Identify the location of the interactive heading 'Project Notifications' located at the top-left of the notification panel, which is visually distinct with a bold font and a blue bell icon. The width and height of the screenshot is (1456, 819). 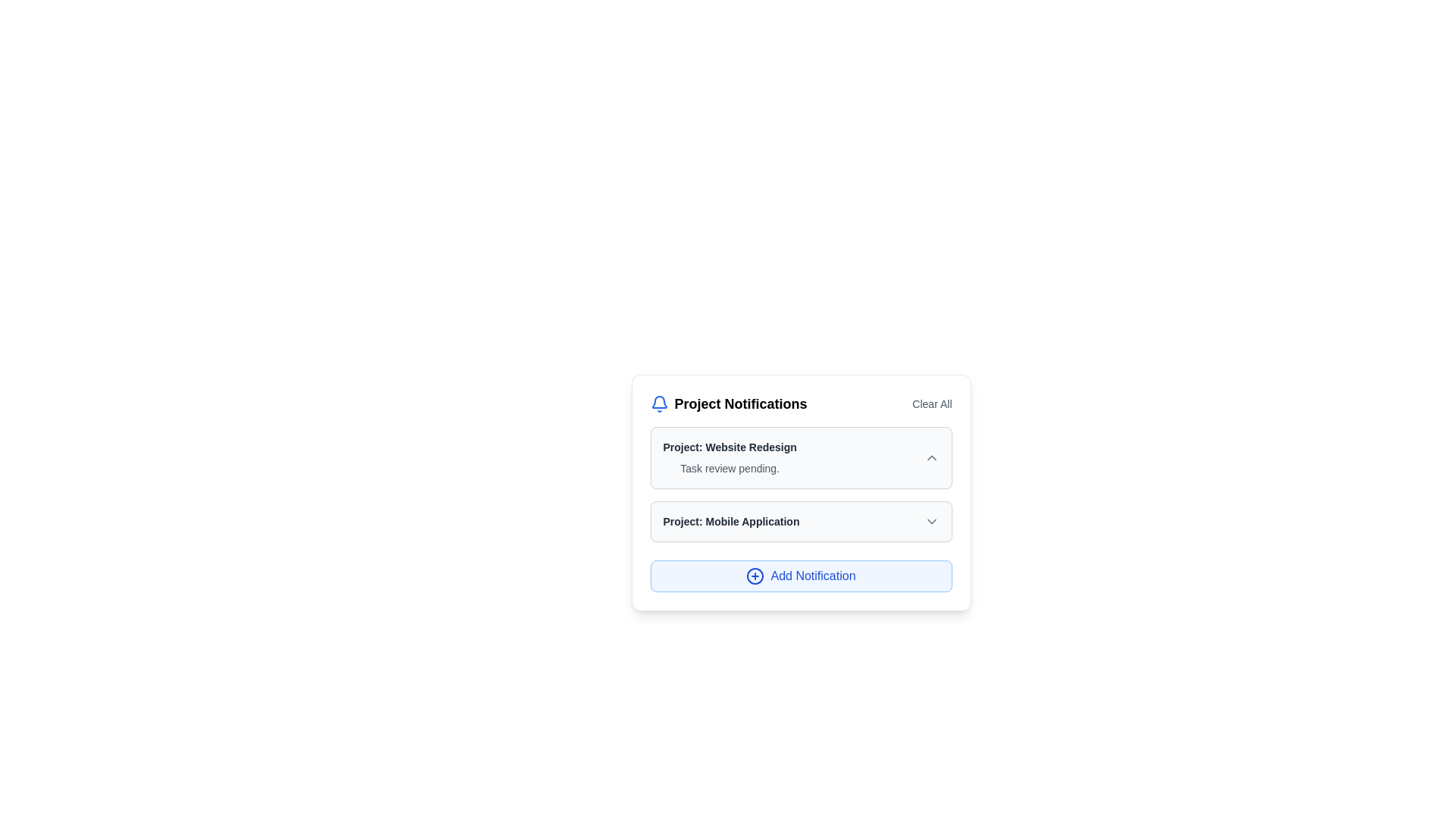
(728, 403).